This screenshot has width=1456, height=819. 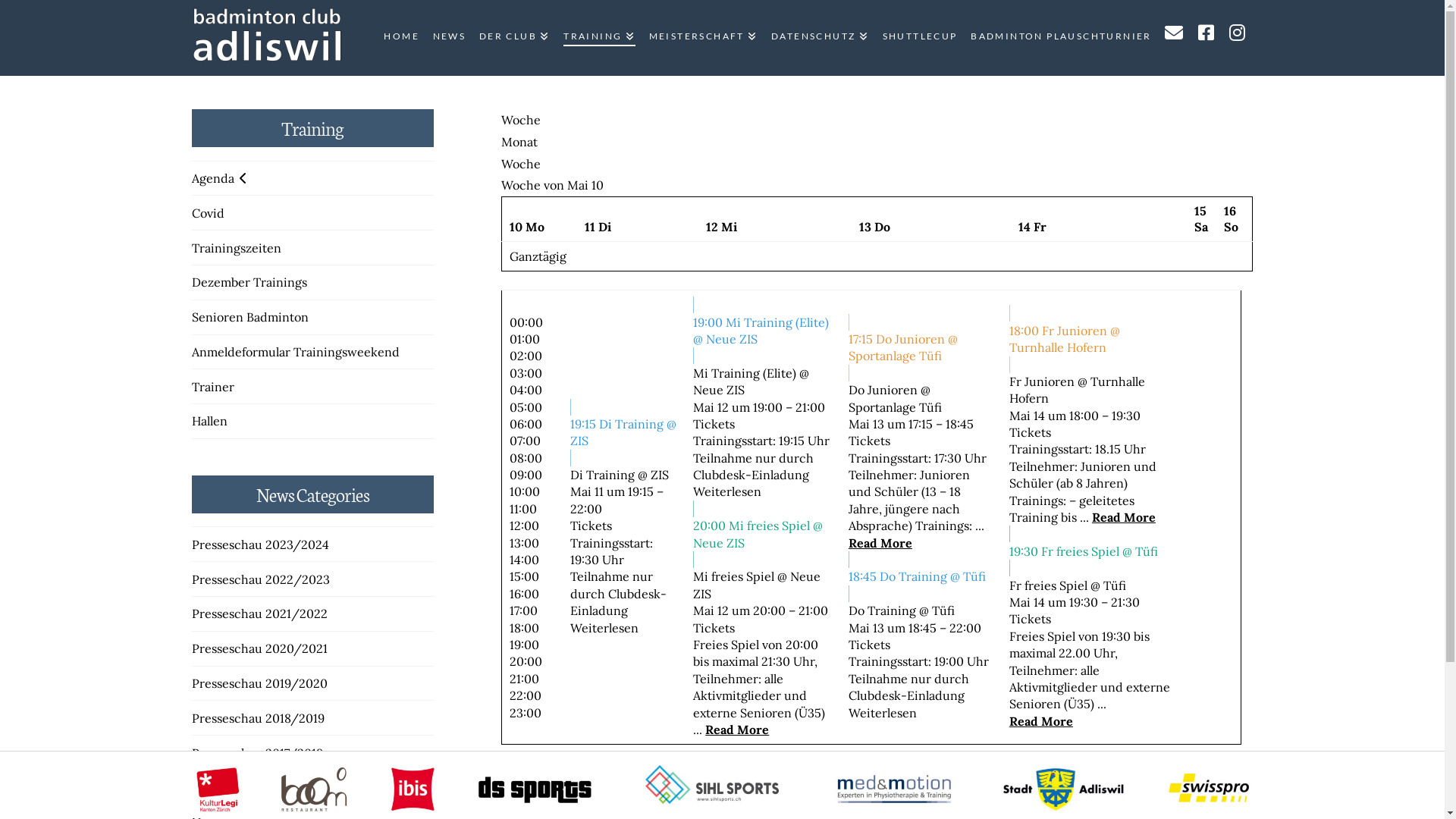 What do you see at coordinates (206, 213) in the screenshot?
I see `'Covid'` at bounding box center [206, 213].